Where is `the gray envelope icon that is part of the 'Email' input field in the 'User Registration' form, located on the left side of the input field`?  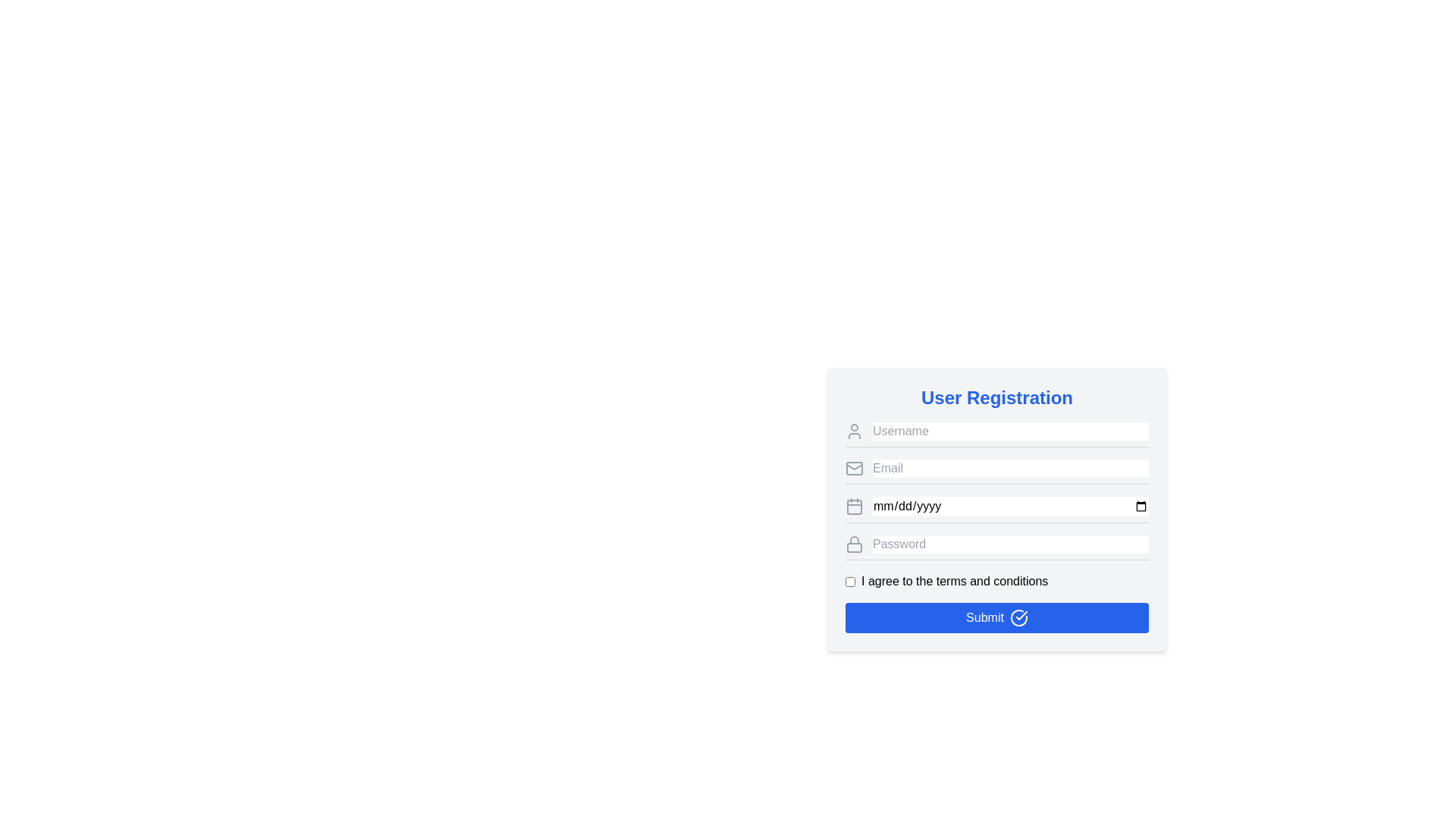 the gray envelope icon that is part of the 'Email' input field in the 'User Registration' form, located on the left side of the input field is located at coordinates (855, 465).